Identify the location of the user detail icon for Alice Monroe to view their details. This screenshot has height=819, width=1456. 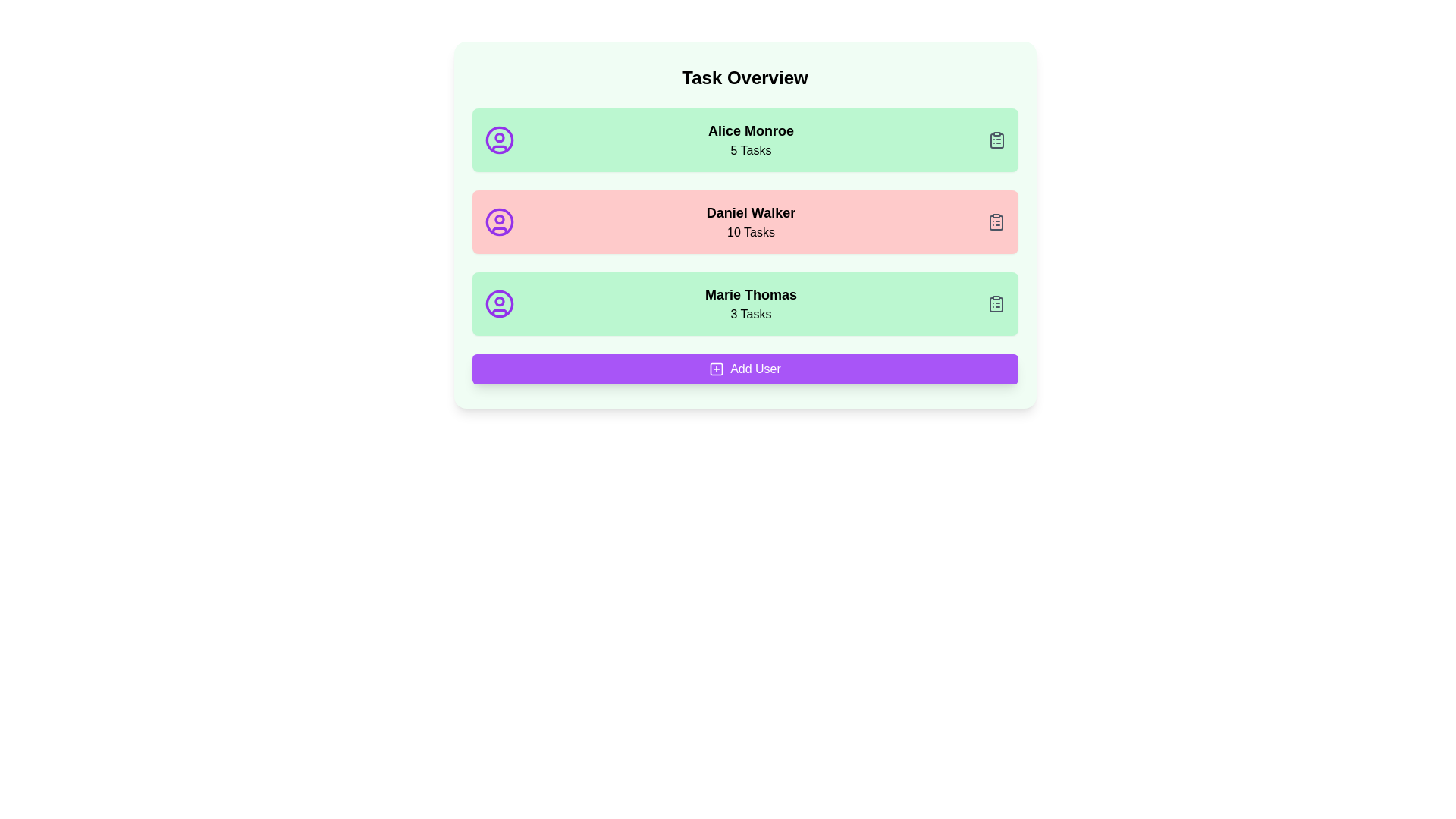
(499, 140).